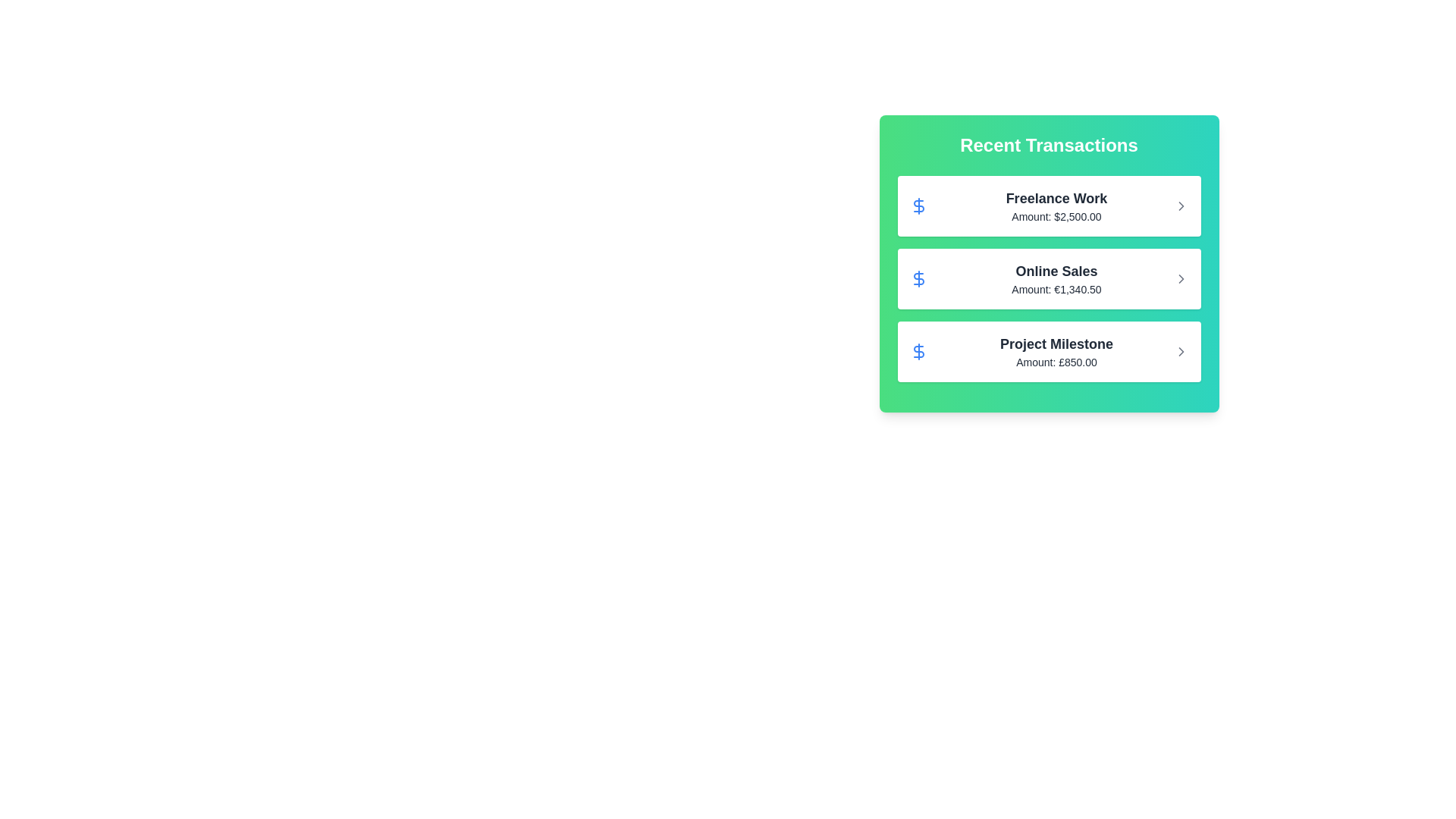 The height and width of the screenshot is (819, 1456). I want to click on the right-pointing chevron icon in the 'Freelance Work' section, so click(1180, 206).